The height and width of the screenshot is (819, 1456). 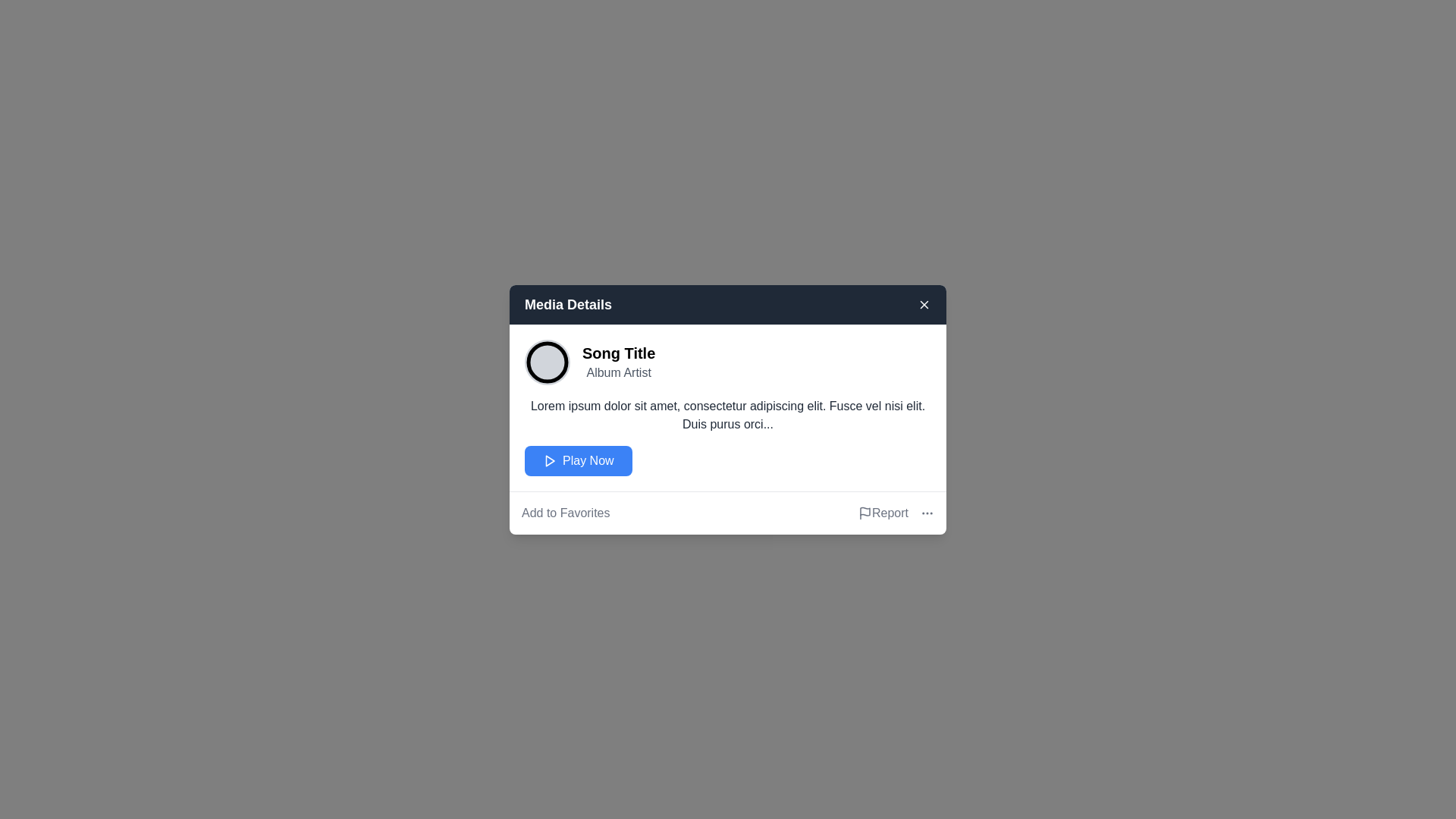 I want to click on the blue rectangular button labeled 'Play Now', so click(x=577, y=460).